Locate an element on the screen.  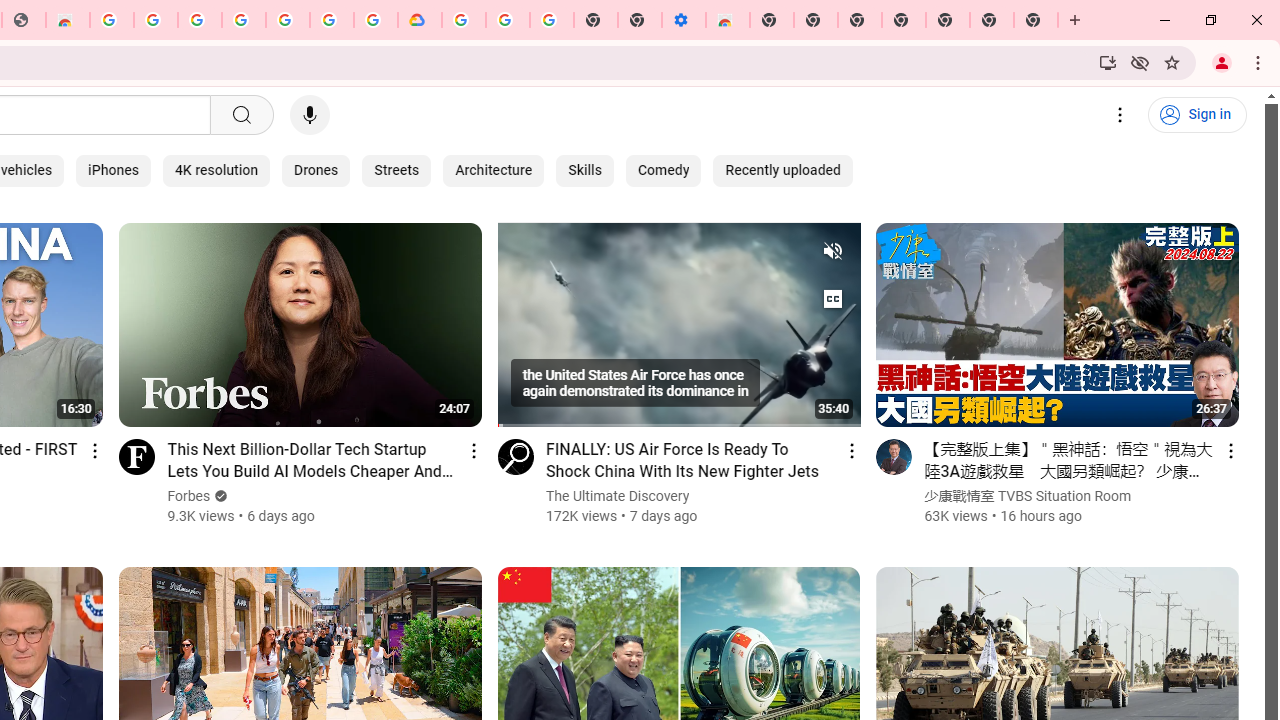
'Unmute' is located at coordinates (832, 249).